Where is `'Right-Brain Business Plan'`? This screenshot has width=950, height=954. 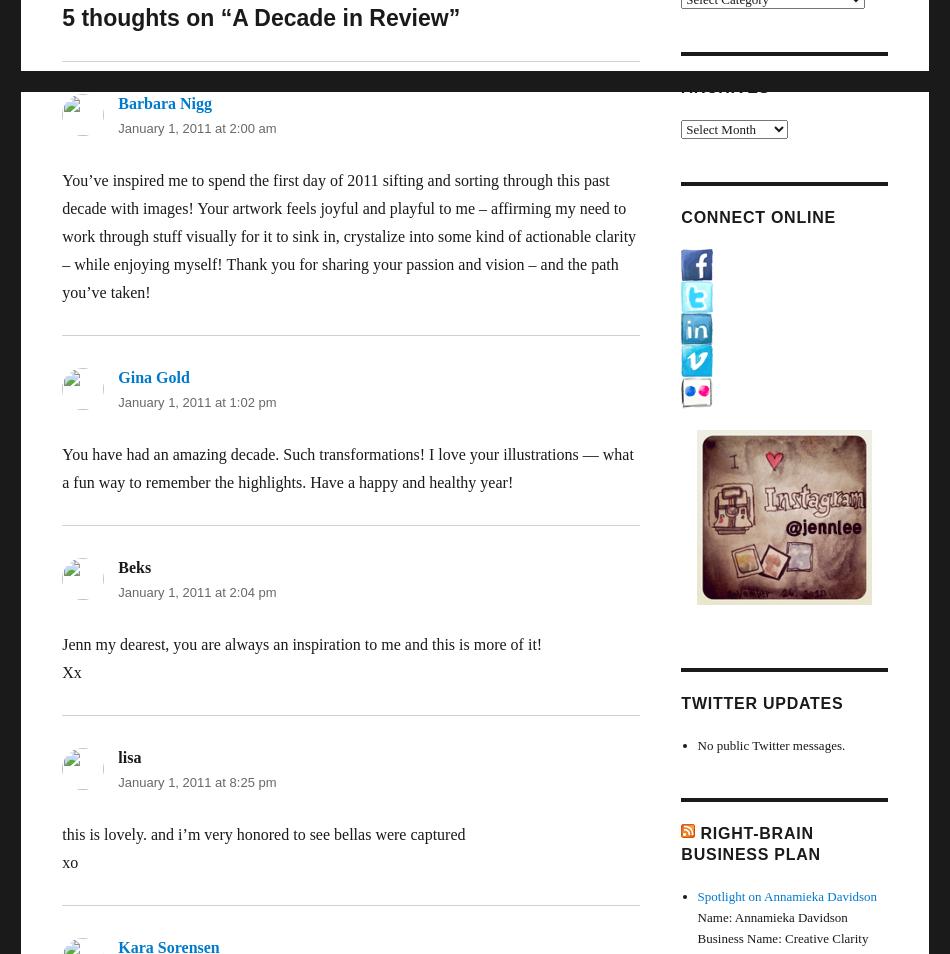 'Right-Brain Business Plan' is located at coordinates (749, 842).